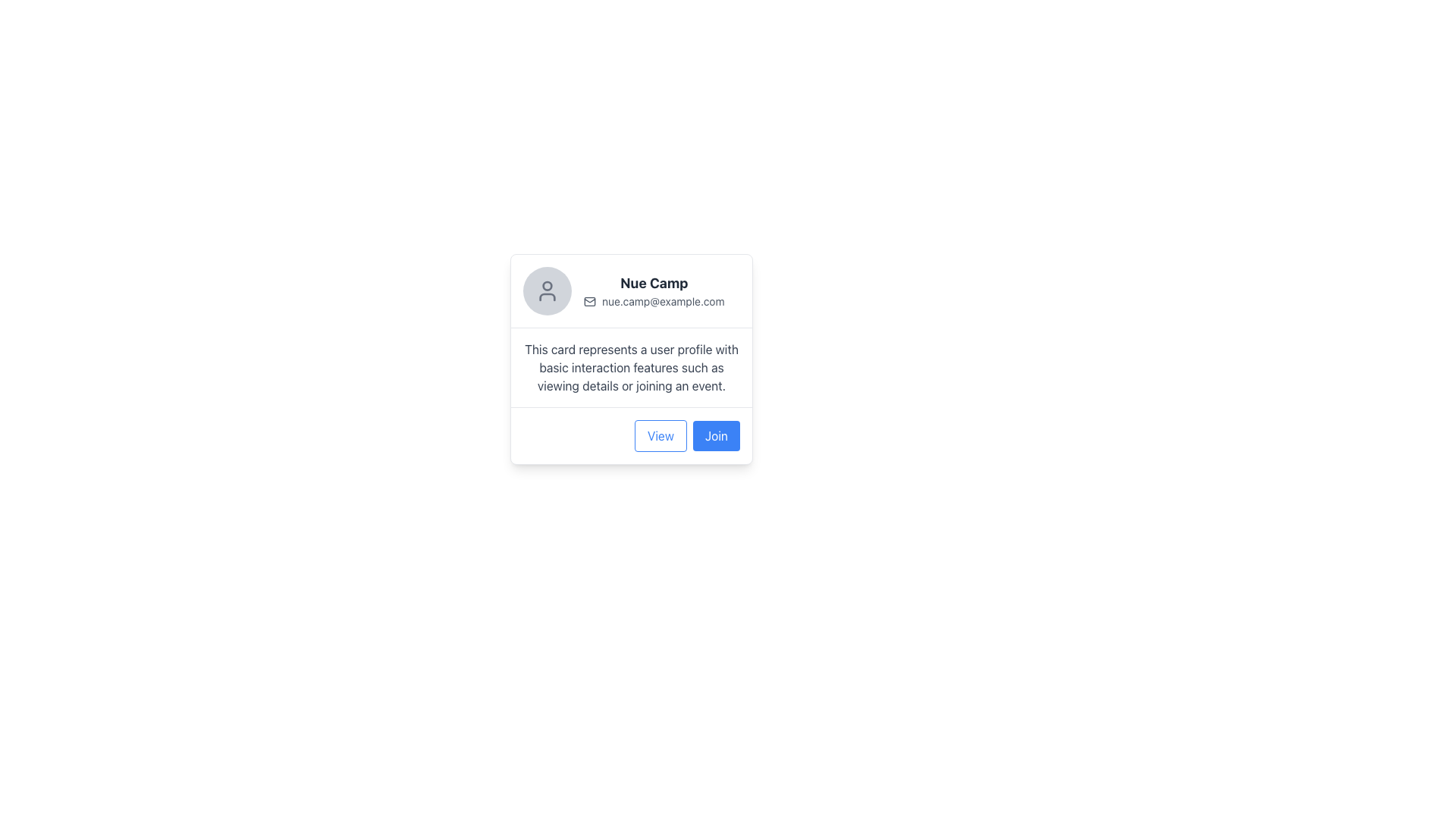 Image resolution: width=1456 pixels, height=819 pixels. What do you see at coordinates (632, 368) in the screenshot?
I see `descriptive text content located in the middle section of the user profile card, positioned below the user's name and email, and above the 'View' and 'Join' buttons` at bounding box center [632, 368].